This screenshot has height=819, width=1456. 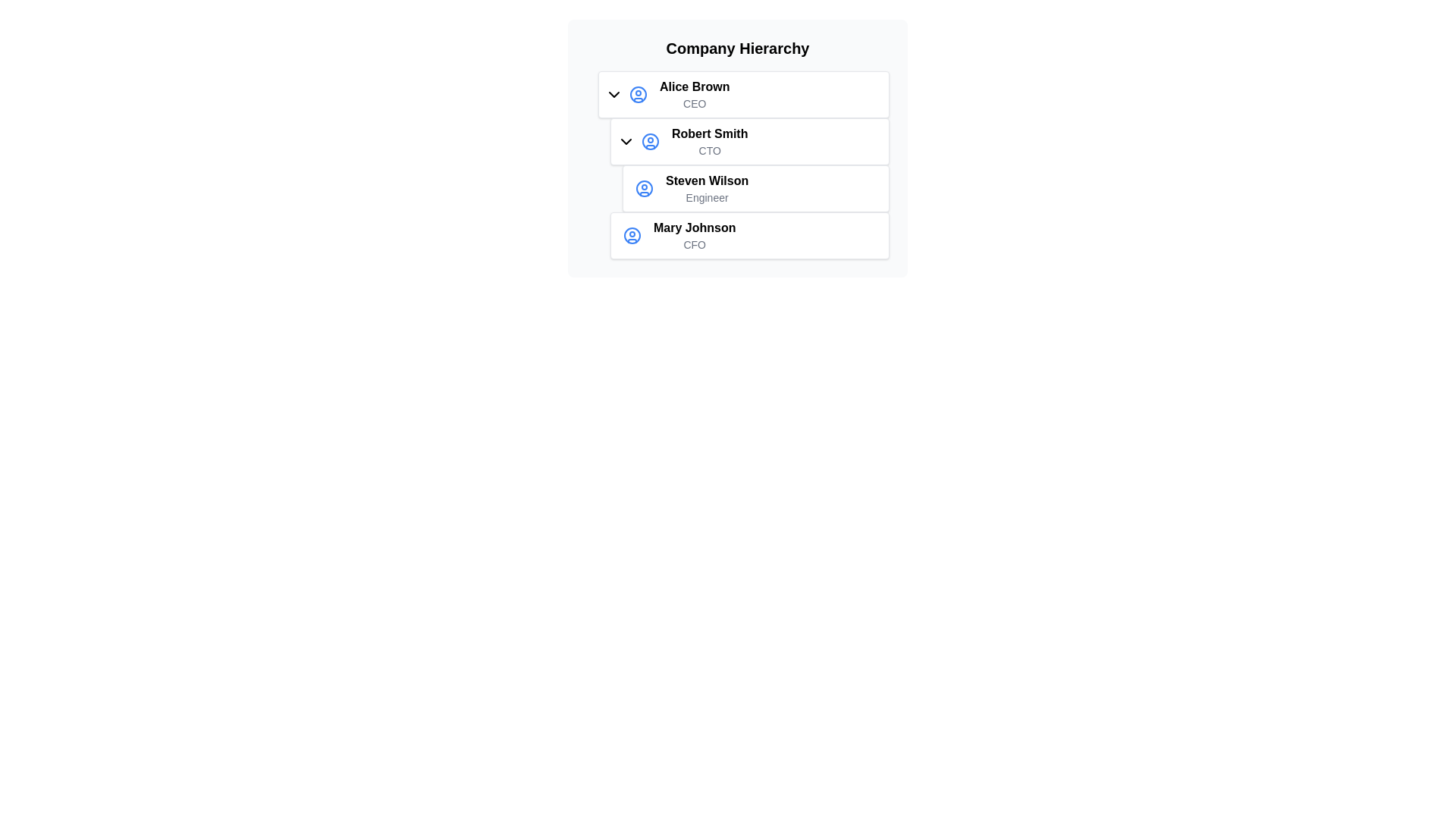 I want to click on text label 'Company Hierarchy' which is a bold text element located at the top of the company hierarchy module, so click(x=738, y=48).